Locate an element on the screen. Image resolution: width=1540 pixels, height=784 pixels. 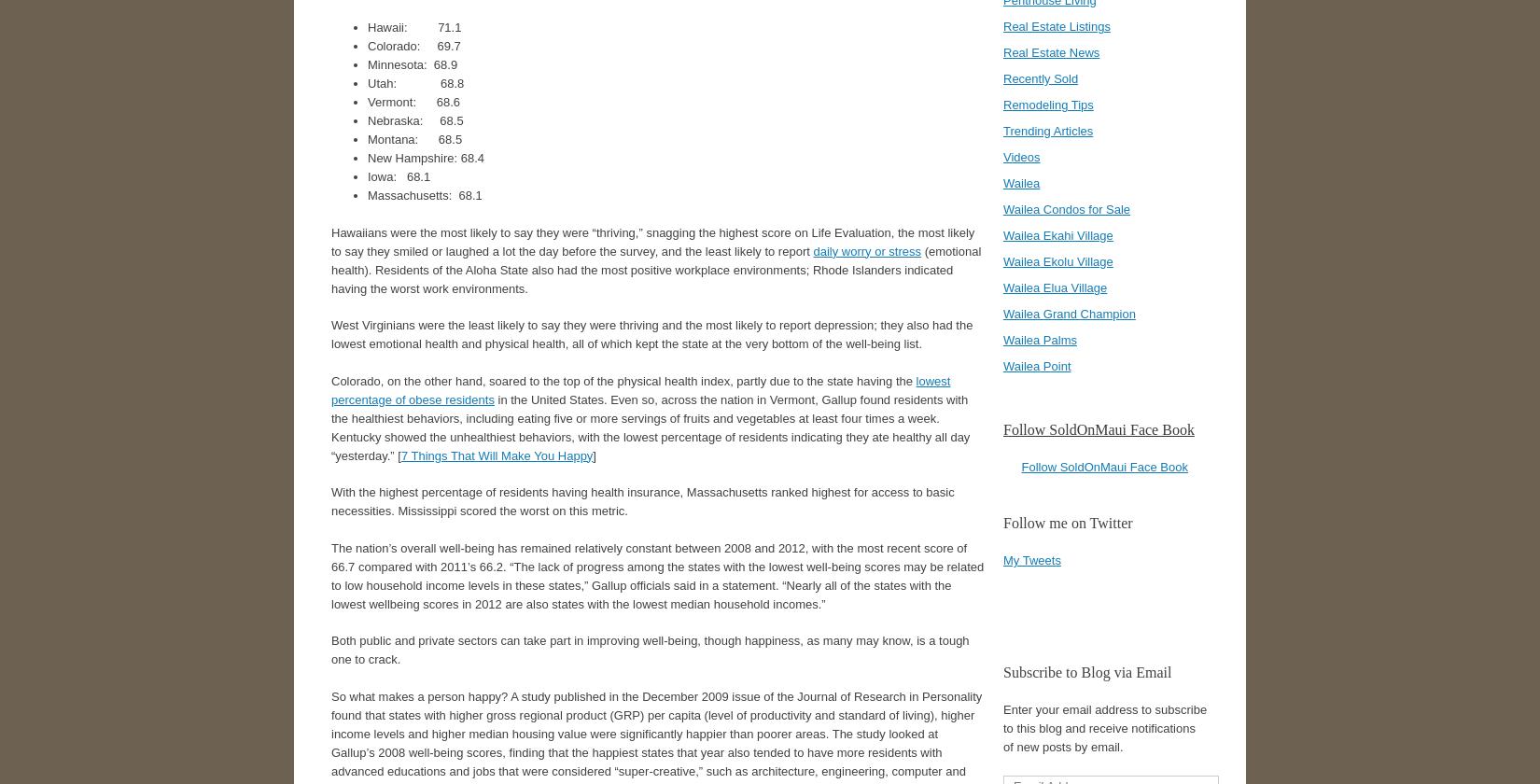
'New Hampshire: 68.4' is located at coordinates (425, 157).